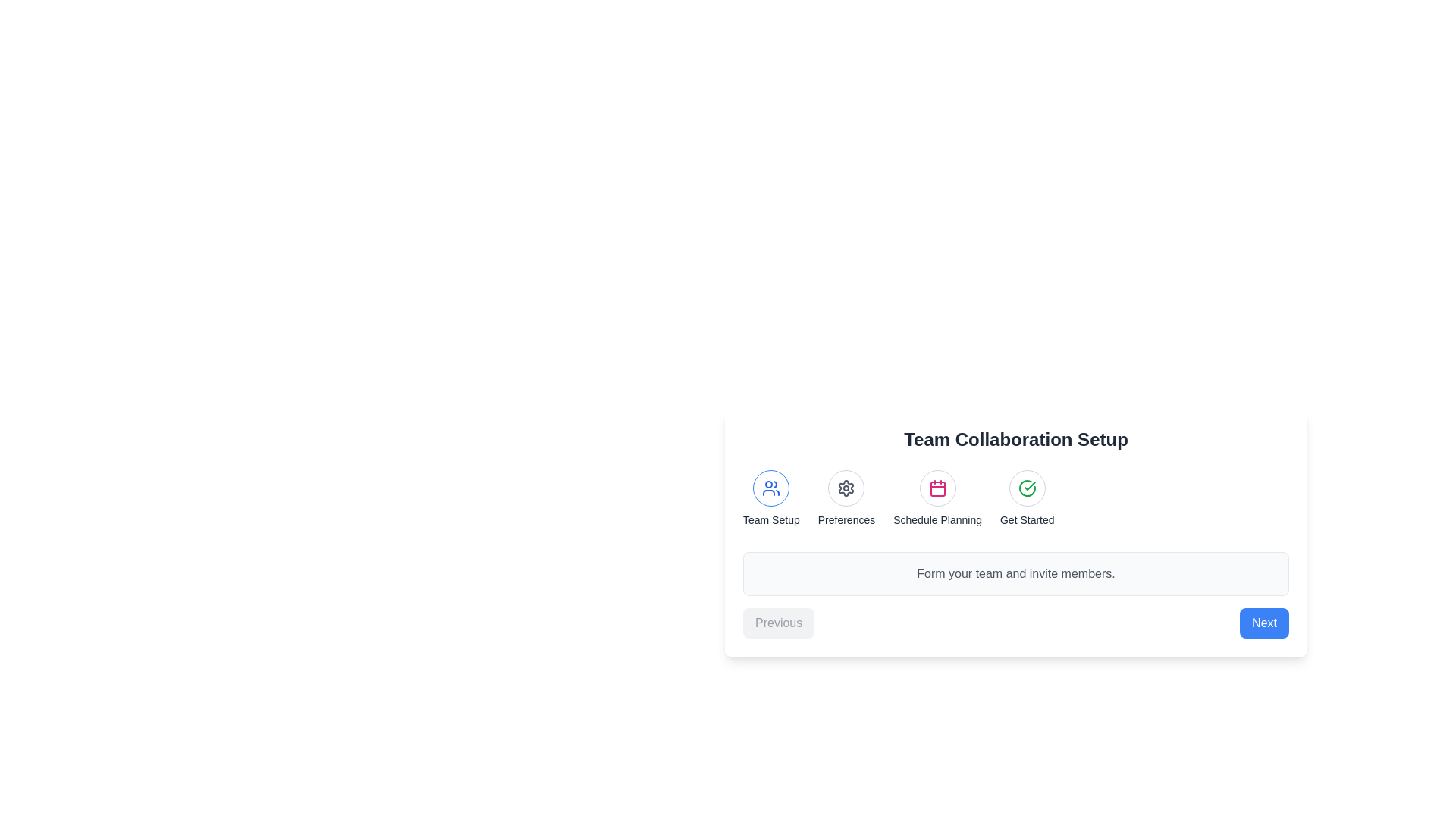 This screenshot has width=1456, height=819. I want to click on static text label displaying 'Schedule Planning' located below the calendar icon in the 'Team Collaboration Setup' interface, so click(937, 519).